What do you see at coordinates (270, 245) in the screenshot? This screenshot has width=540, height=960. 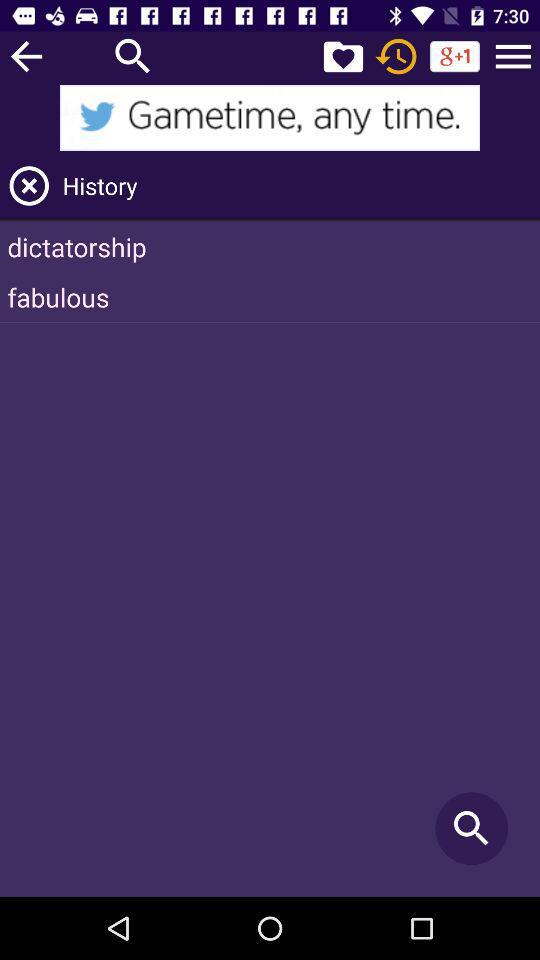 I see `the app above fabulous icon` at bounding box center [270, 245].